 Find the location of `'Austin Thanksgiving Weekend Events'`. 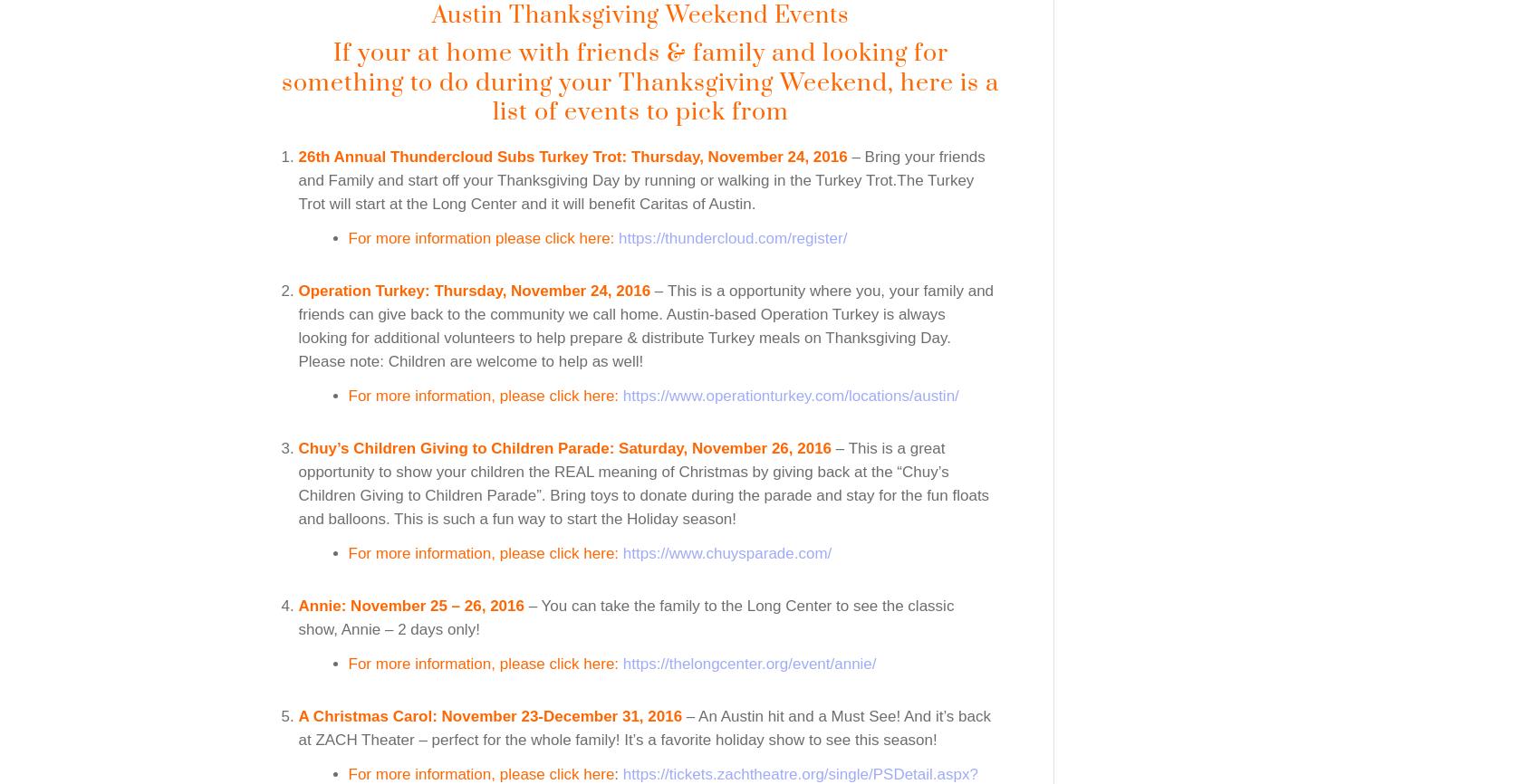

'Austin Thanksgiving Weekend Events' is located at coordinates (431, 14).